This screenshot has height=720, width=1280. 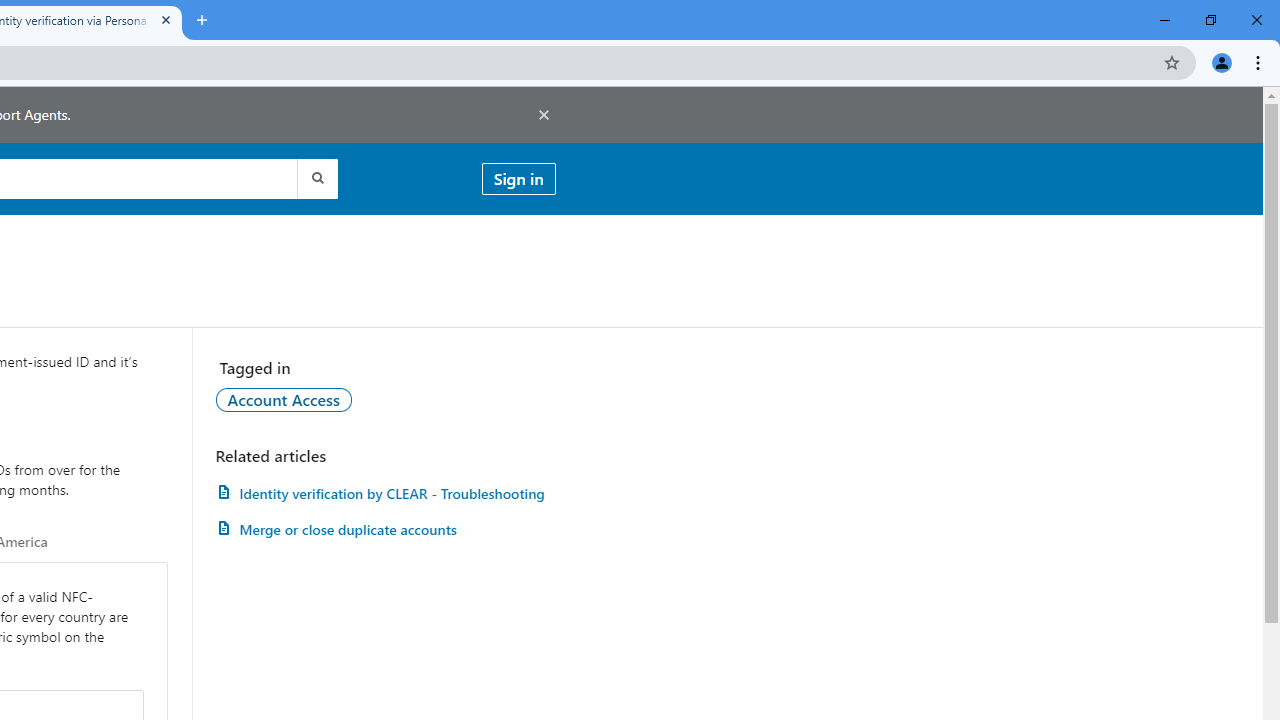 What do you see at coordinates (385, 493) in the screenshot?
I see `'Identity verification by CLEAR - Troubleshooting'` at bounding box center [385, 493].